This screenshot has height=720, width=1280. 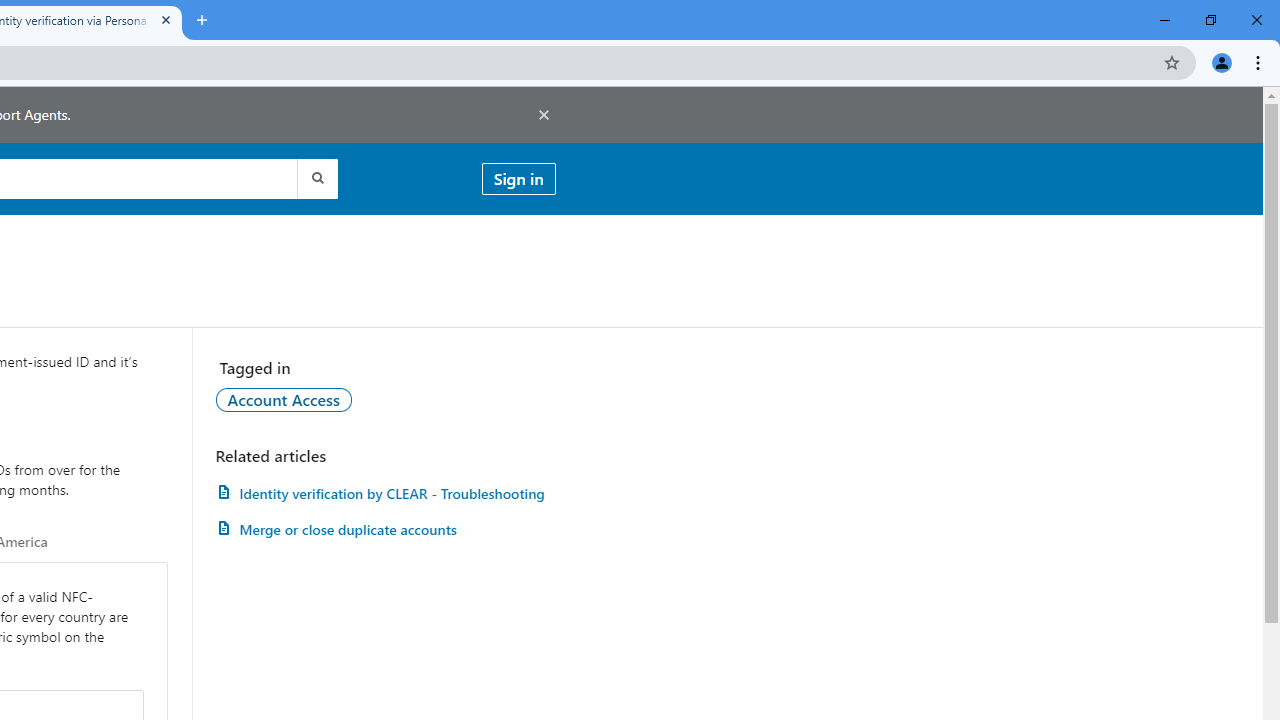 What do you see at coordinates (385, 493) in the screenshot?
I see `'Identity verification by CLEAR - Troubleshooting'` at bounding box center [385, 493].